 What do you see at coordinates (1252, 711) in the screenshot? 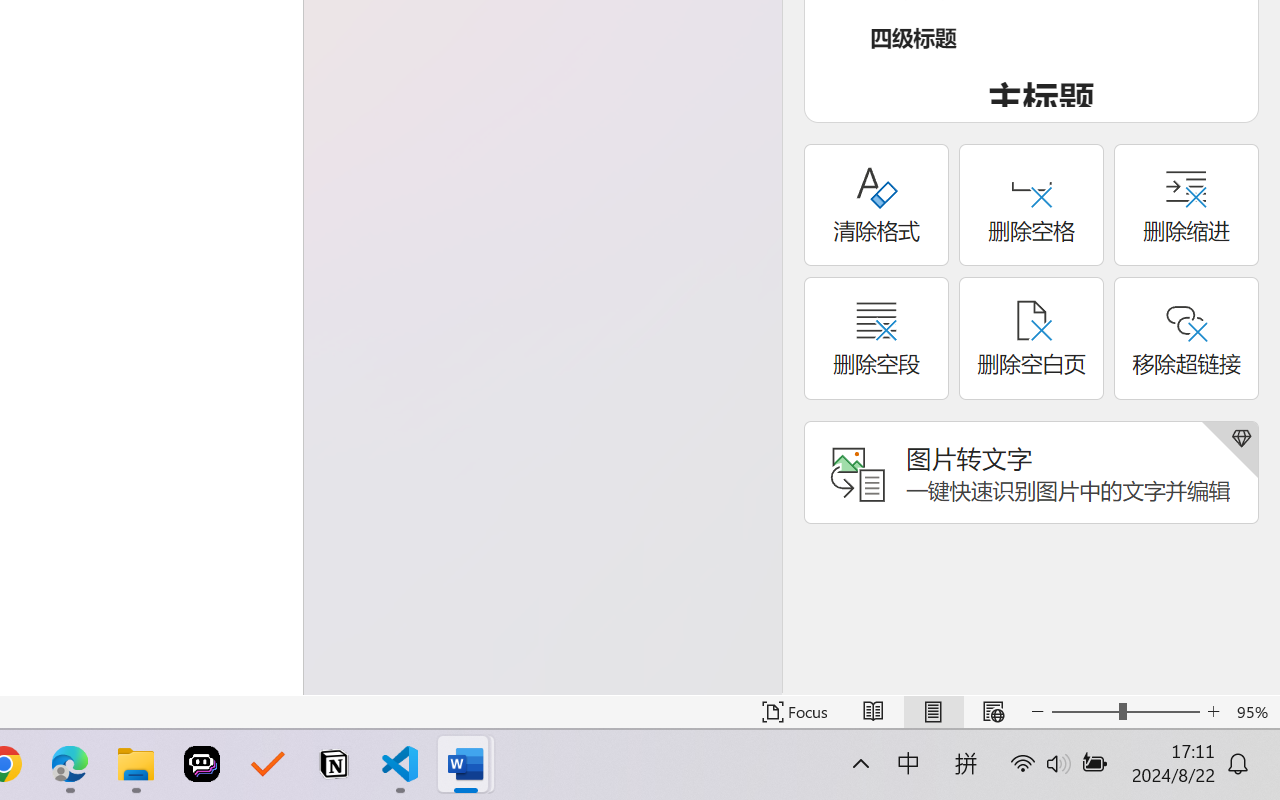
I see `'Zoom 95%'` at bounding box center [1252, 711].